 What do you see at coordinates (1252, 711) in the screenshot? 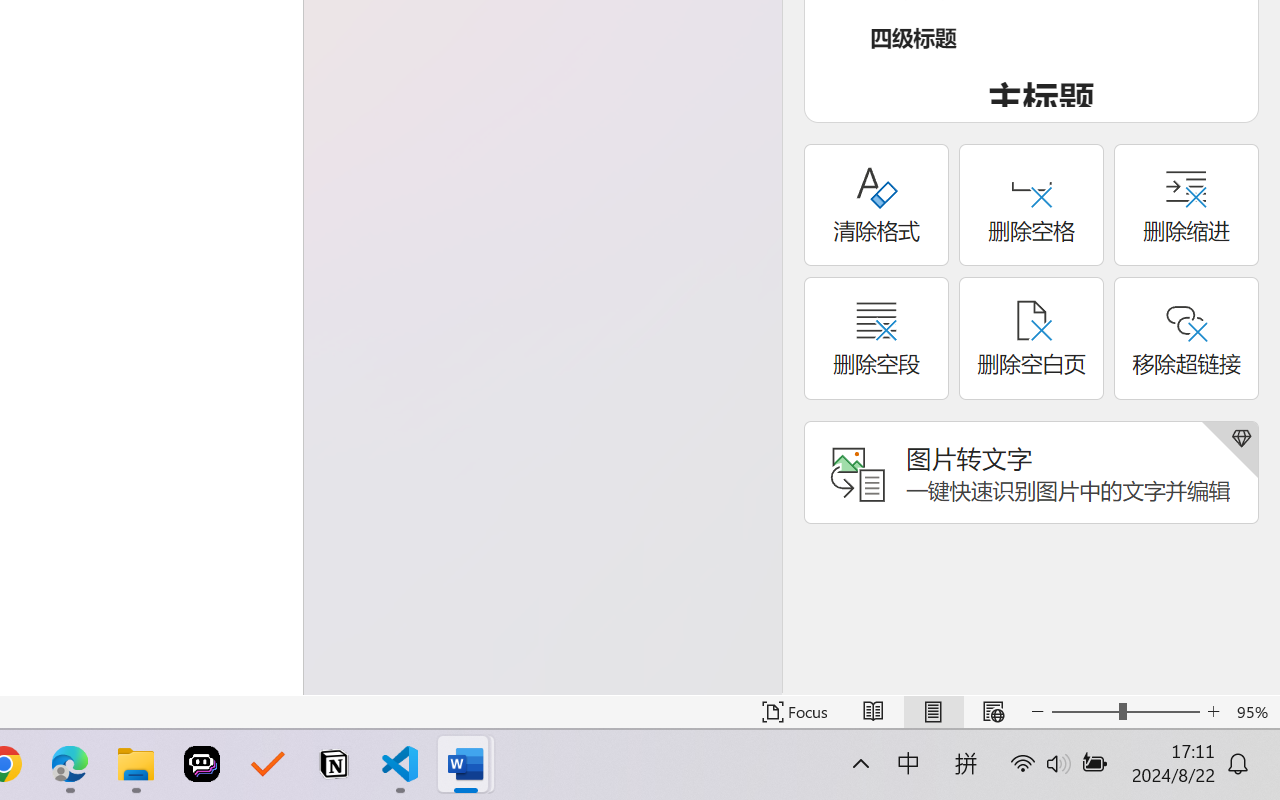
I see `'Zoom 95%'` at bounding box center [1252, 711].